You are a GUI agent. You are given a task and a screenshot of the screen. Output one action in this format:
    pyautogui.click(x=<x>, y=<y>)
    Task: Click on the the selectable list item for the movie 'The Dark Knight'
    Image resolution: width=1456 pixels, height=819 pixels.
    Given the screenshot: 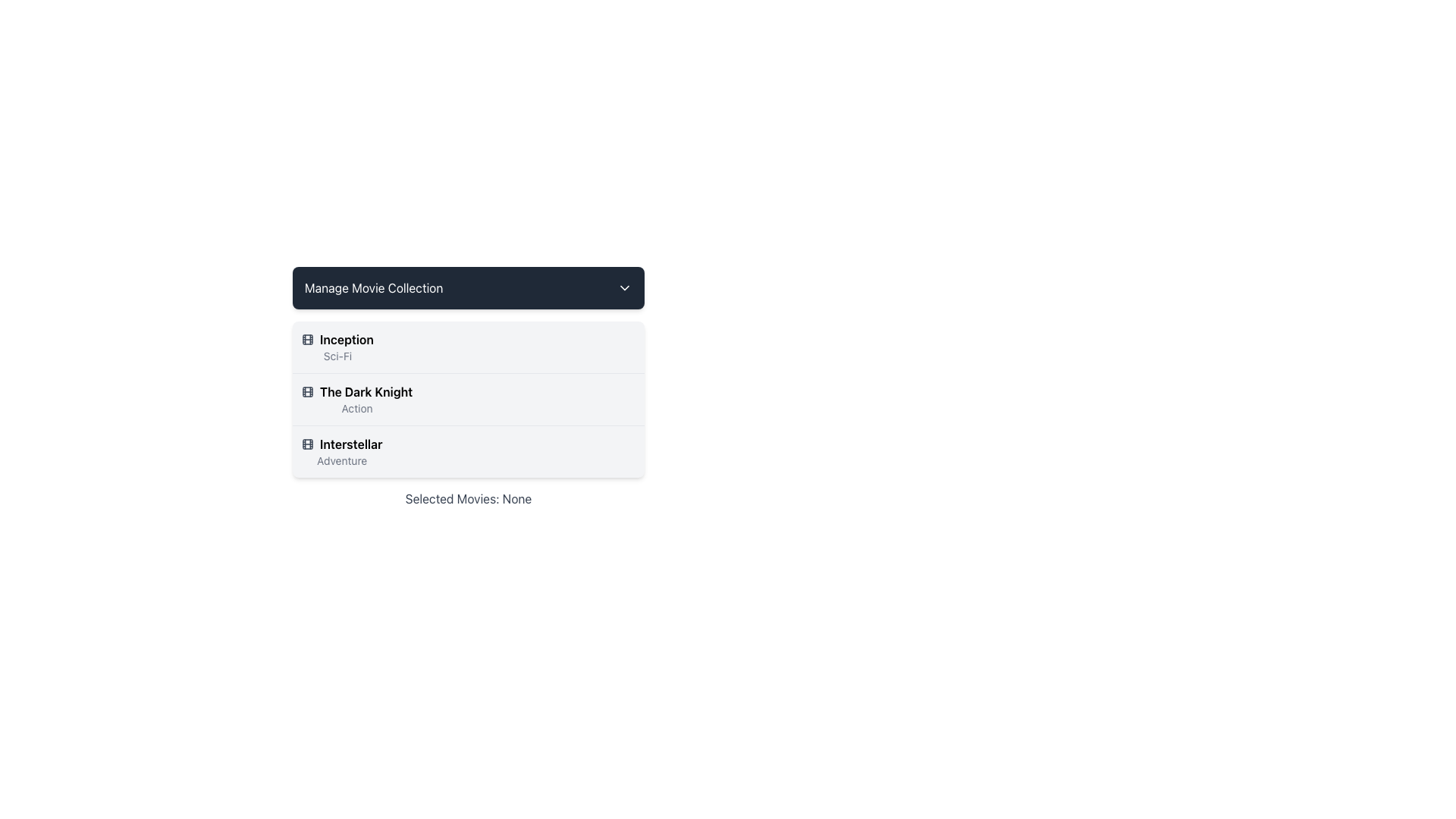 What is the action you would take?
    pyautogui.click(x=468, y=386)
    